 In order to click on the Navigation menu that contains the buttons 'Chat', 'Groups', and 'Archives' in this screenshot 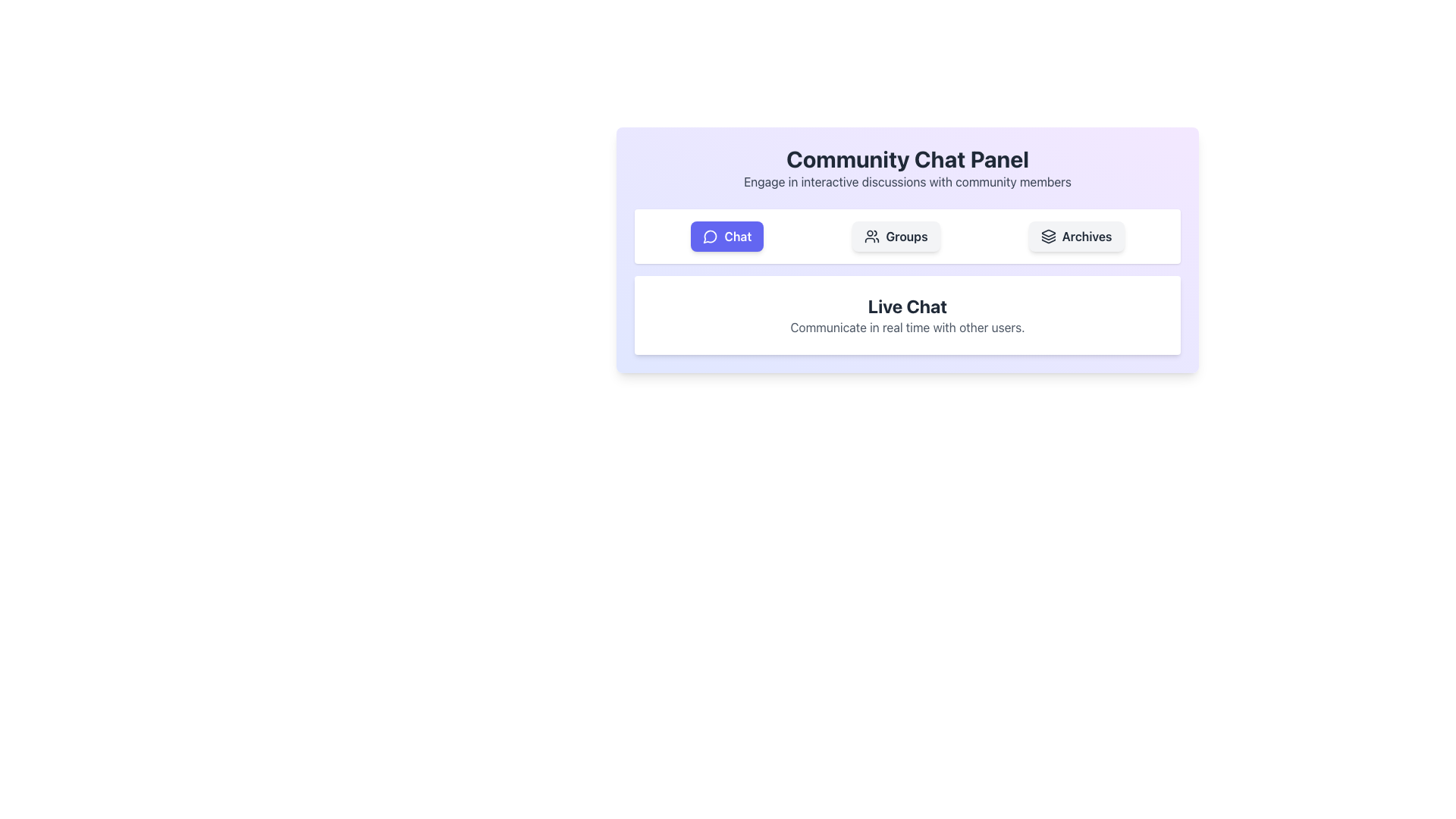, I will do `click(907, 237)`.